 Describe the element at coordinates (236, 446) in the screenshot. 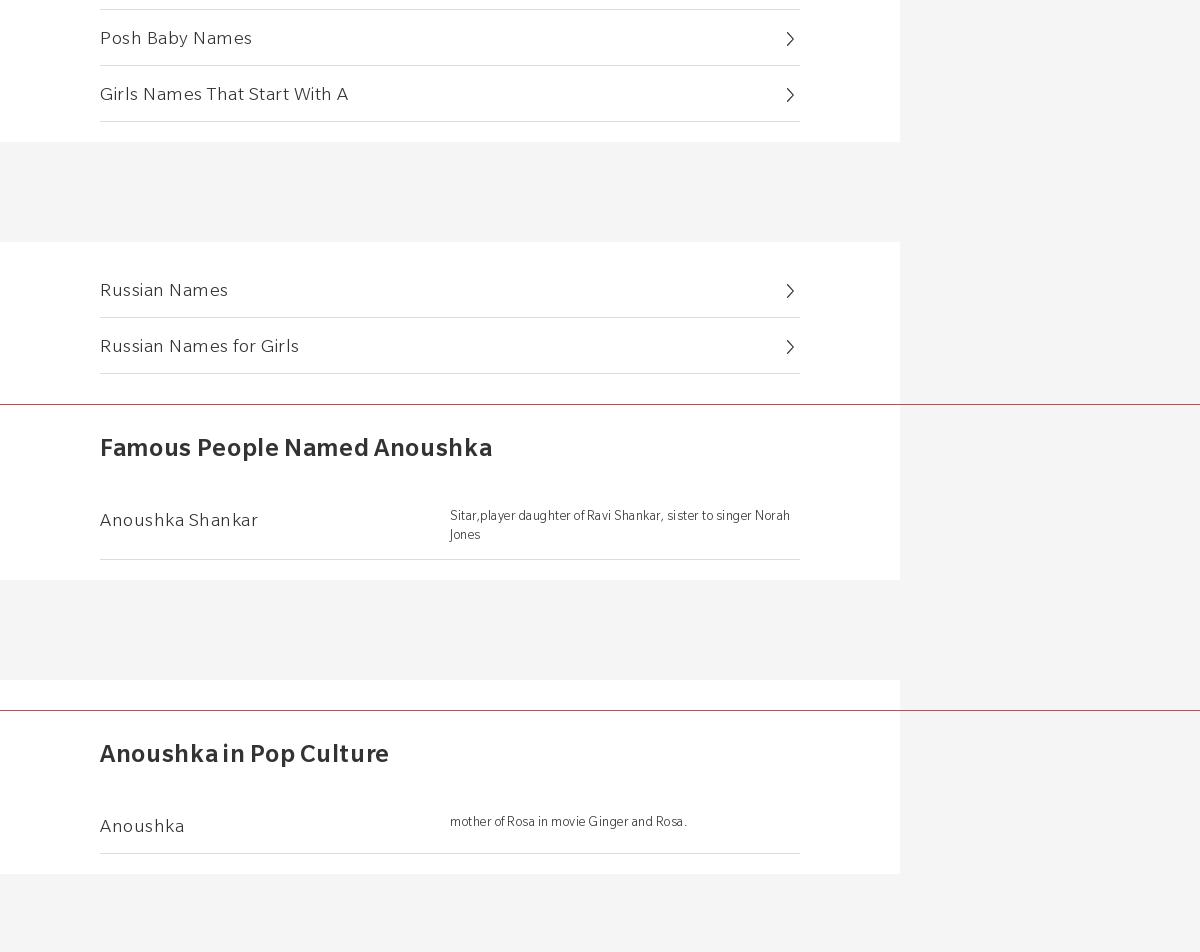

I see `'Famous People Named'` at that location.